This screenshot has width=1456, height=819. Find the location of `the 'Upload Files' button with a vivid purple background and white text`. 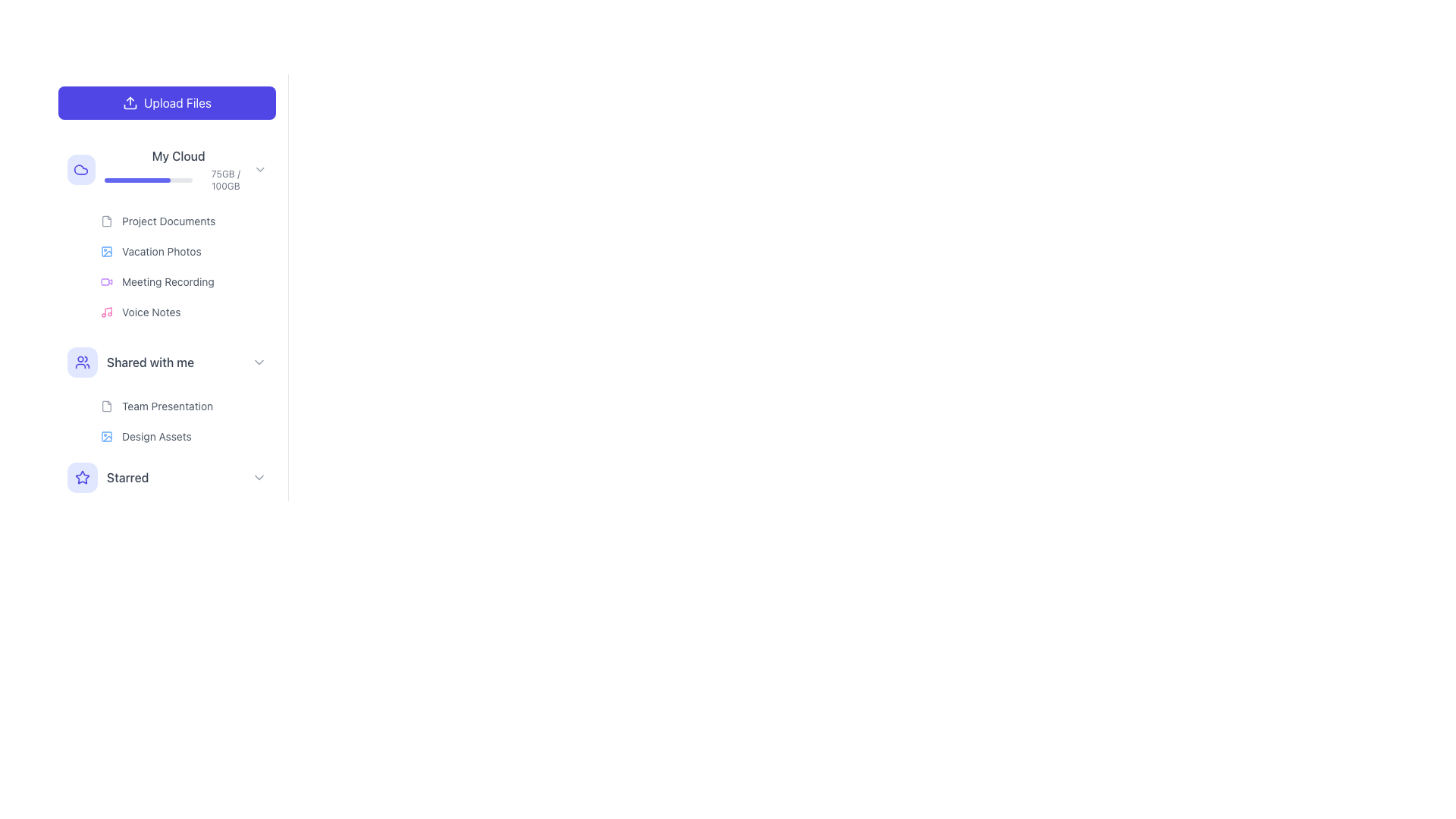

the 'Upload Files' button with a vivid purple background and white text is located at coordinates (167, 102).